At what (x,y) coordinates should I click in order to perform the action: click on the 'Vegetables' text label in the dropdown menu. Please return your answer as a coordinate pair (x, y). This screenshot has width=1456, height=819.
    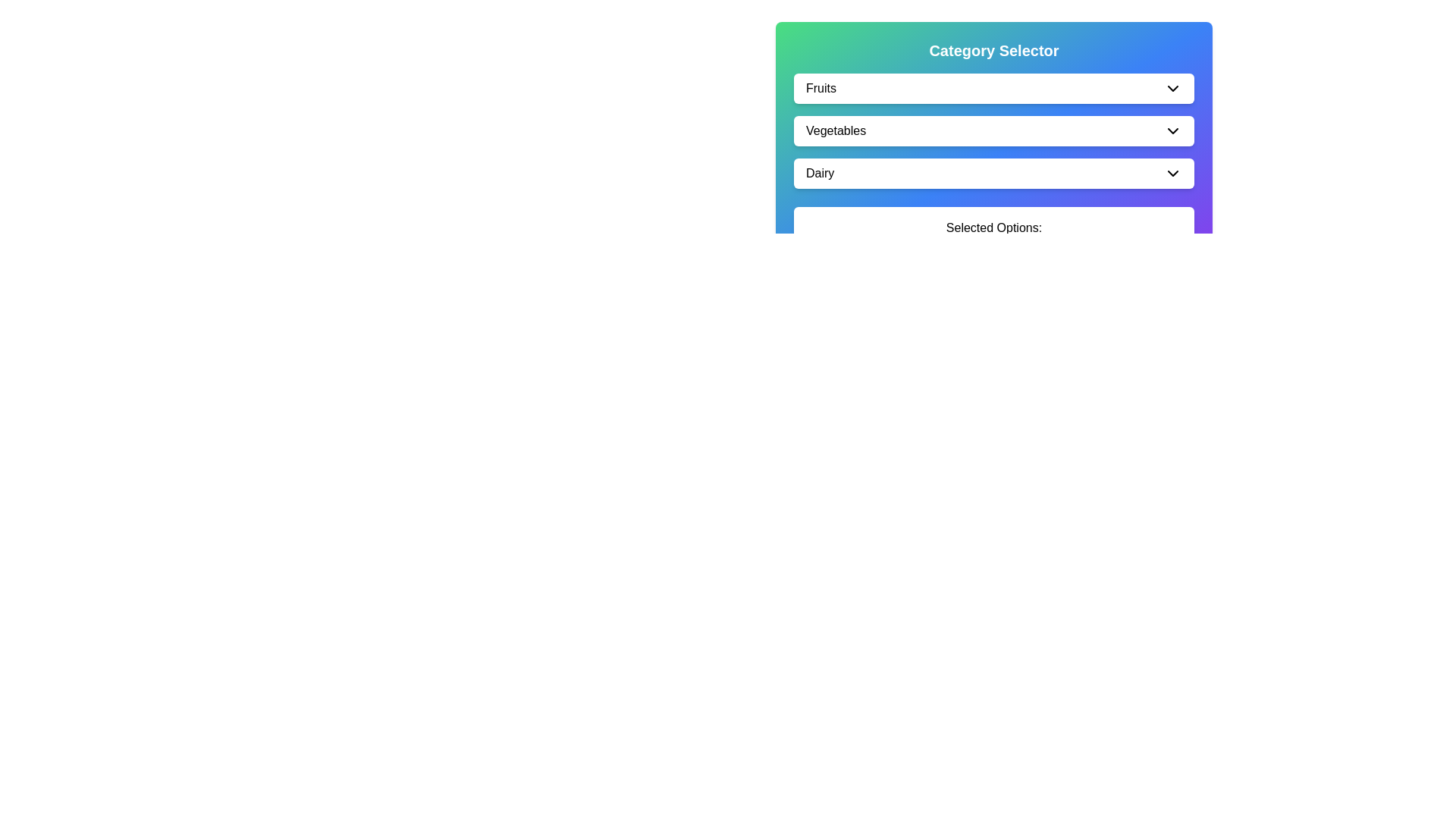
    Looking at the image, I should click on (835, 130).